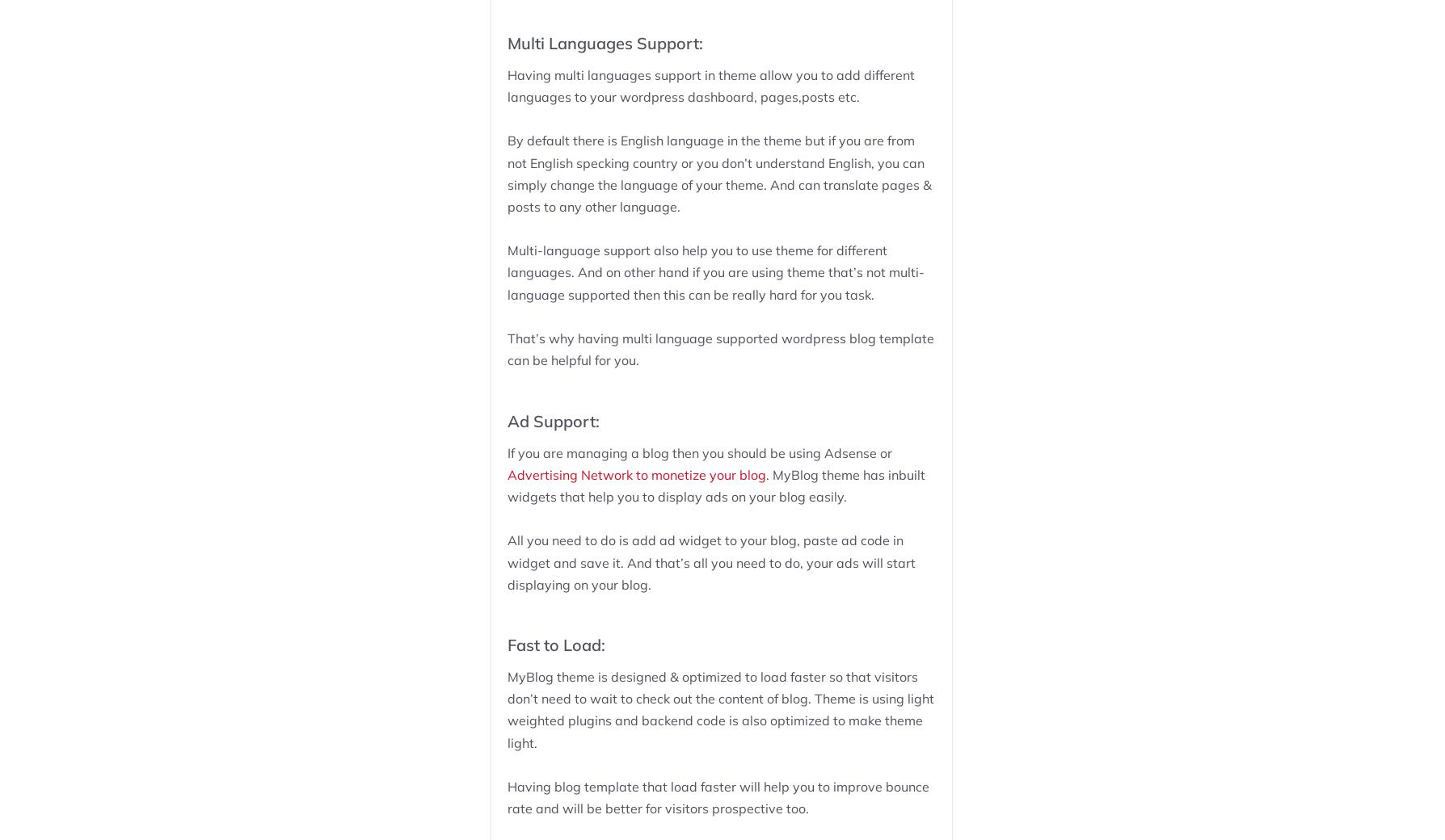 Image resolution: width=1445 pixels, height=840 pixels. Describe the element at coordinates (709, 84) in the screenshot. I see `'Having multi languages support in theme allow you to add different languages to your wordpress dashboard, pages,posts etc.'` at that location.